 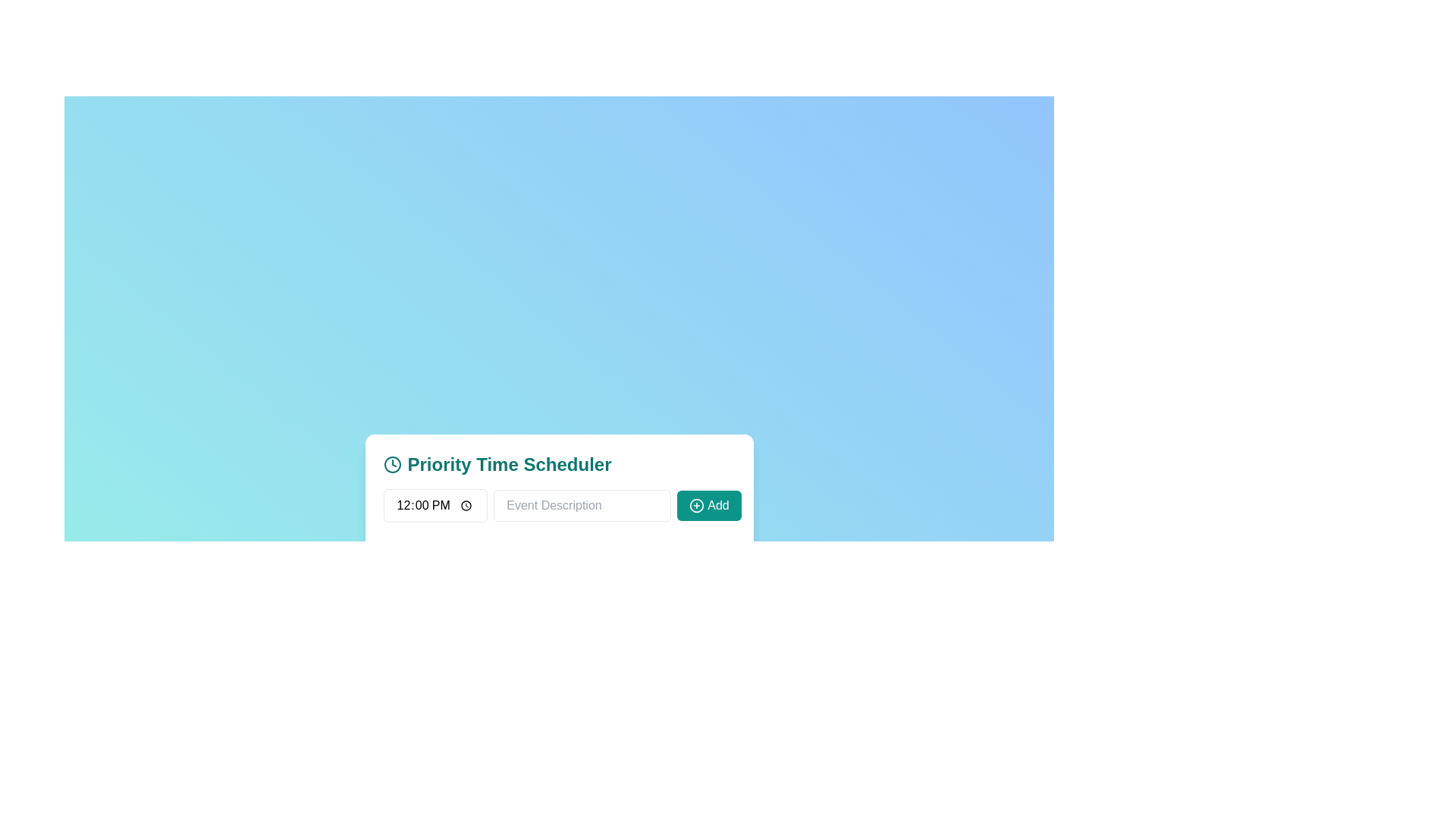 I want to click on the button intended to add an event in the 'Priority Time Scheduler' modal, so click(x=708, y=506).